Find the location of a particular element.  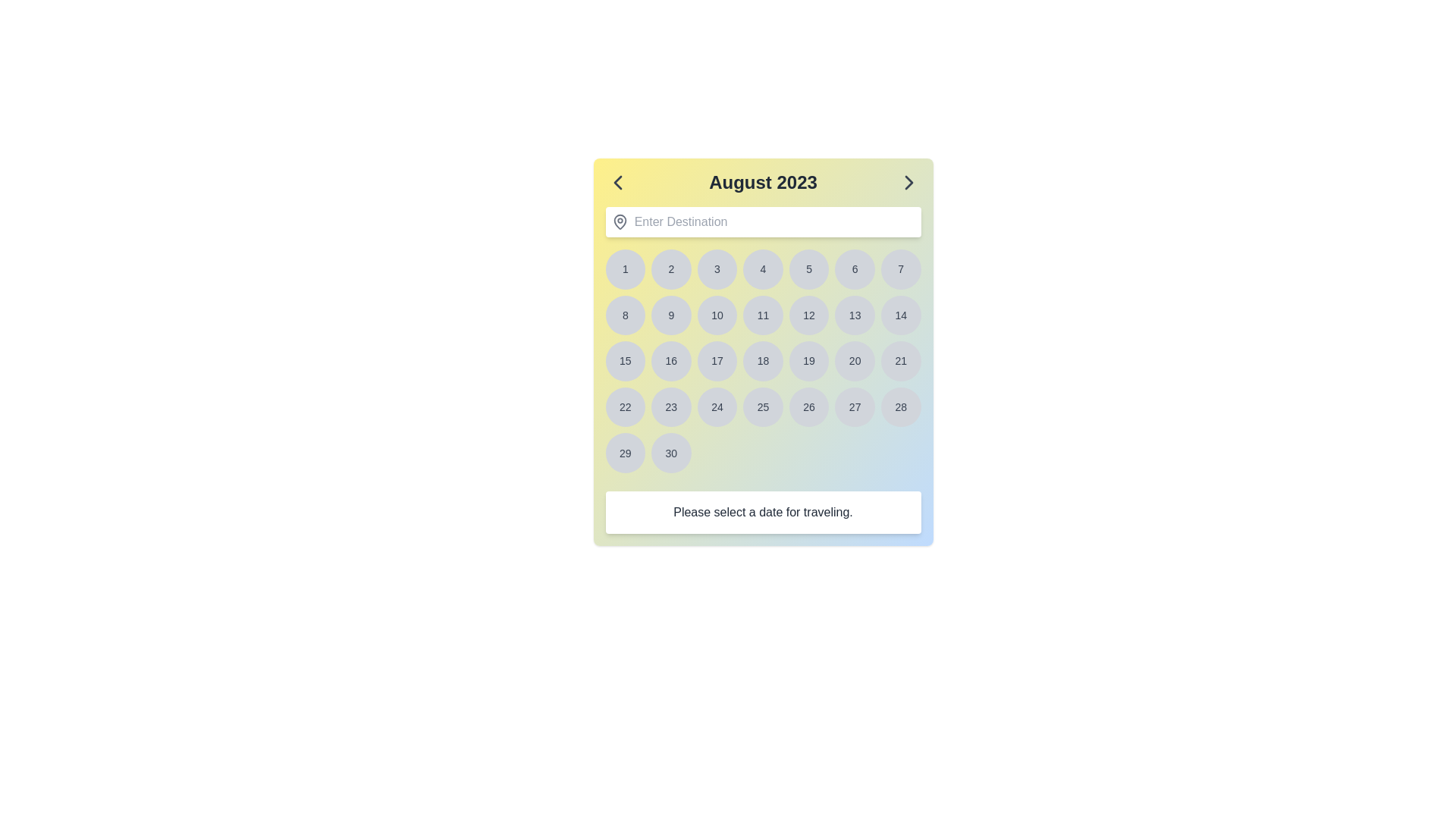

the interactive button representing the 4th day of August 2023 in the calendar interface is located at coordinates (763, 268).